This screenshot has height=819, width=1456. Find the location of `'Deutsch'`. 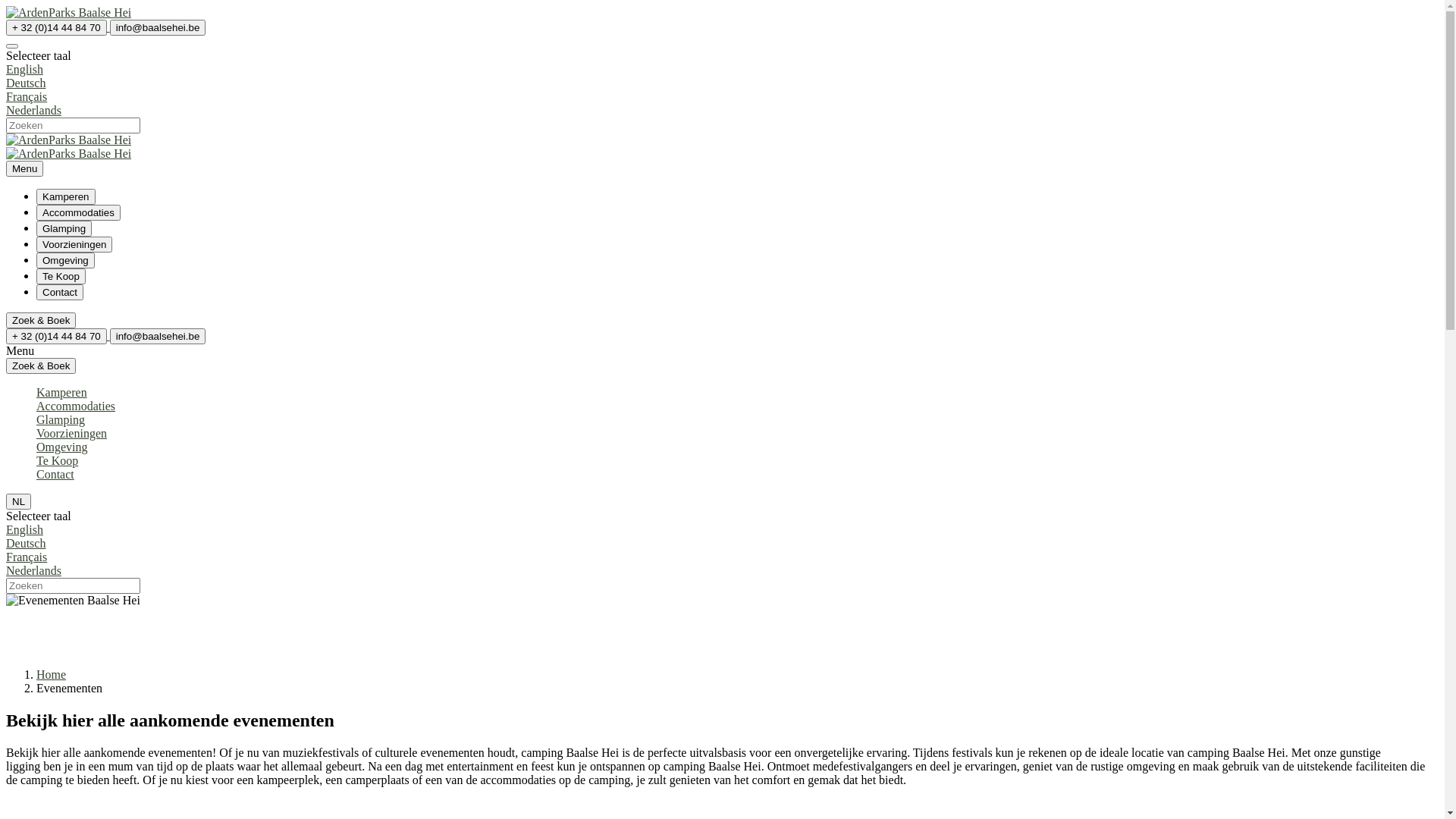

'Deutsch' is located at coordinates (6, 550).